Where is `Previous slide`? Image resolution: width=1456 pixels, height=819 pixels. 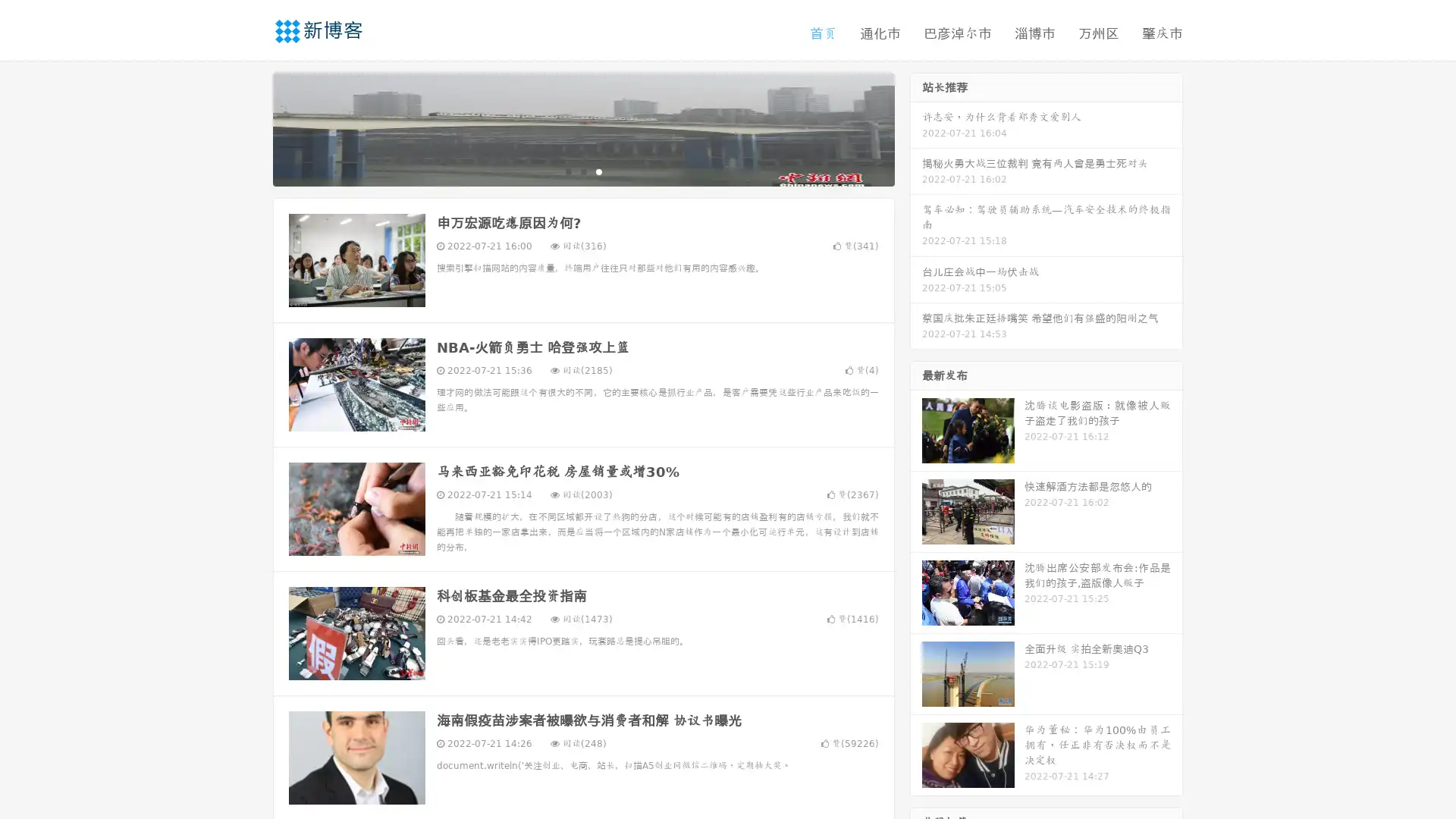 Previous slide is located at coordinates (250, 127).